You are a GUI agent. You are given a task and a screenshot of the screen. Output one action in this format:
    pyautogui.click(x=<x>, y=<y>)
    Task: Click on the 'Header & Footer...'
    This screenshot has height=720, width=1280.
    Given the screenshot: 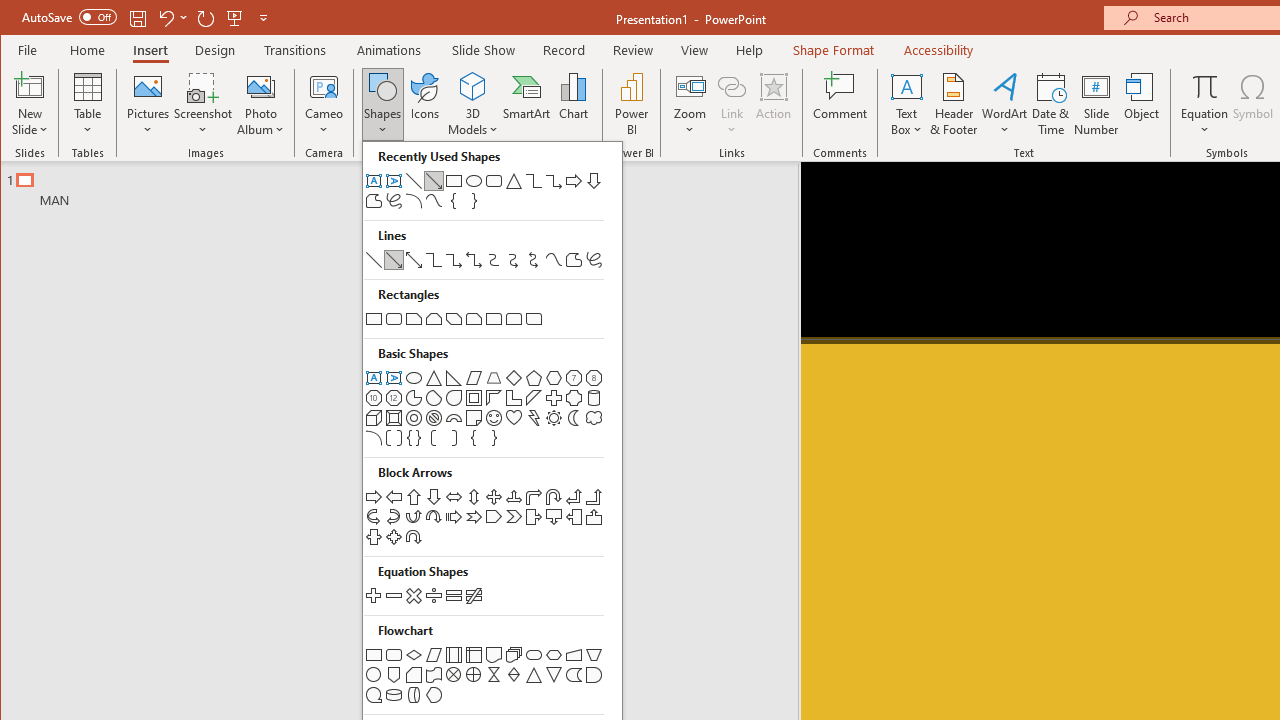 What is the action you would take?
    pyautogui.click(x=953, y=104)
    